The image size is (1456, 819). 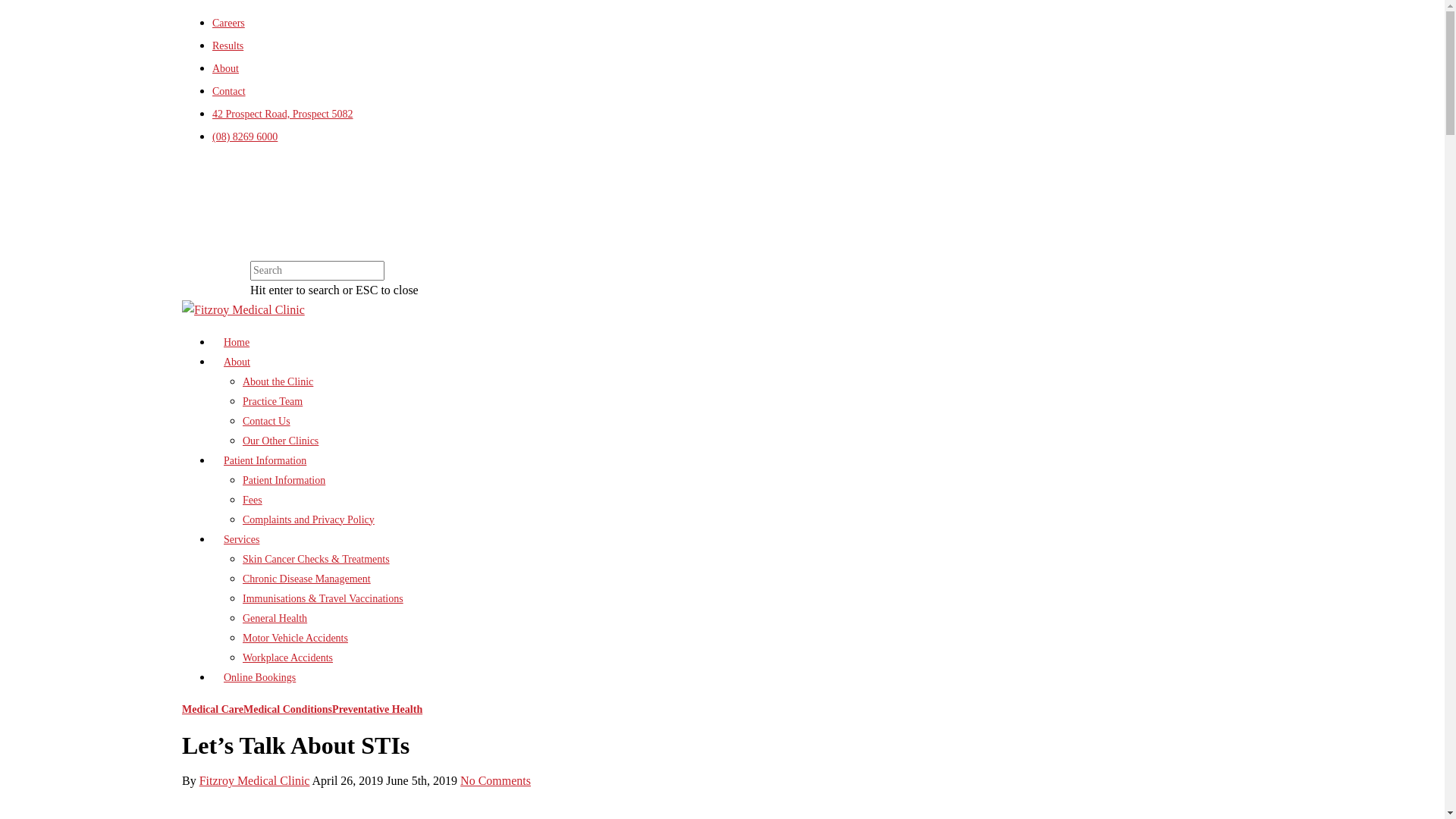 What do you see at coordinates (265, 460) in the screenshot?
I see `'Patient Information'` at bounding box center [265, 460].